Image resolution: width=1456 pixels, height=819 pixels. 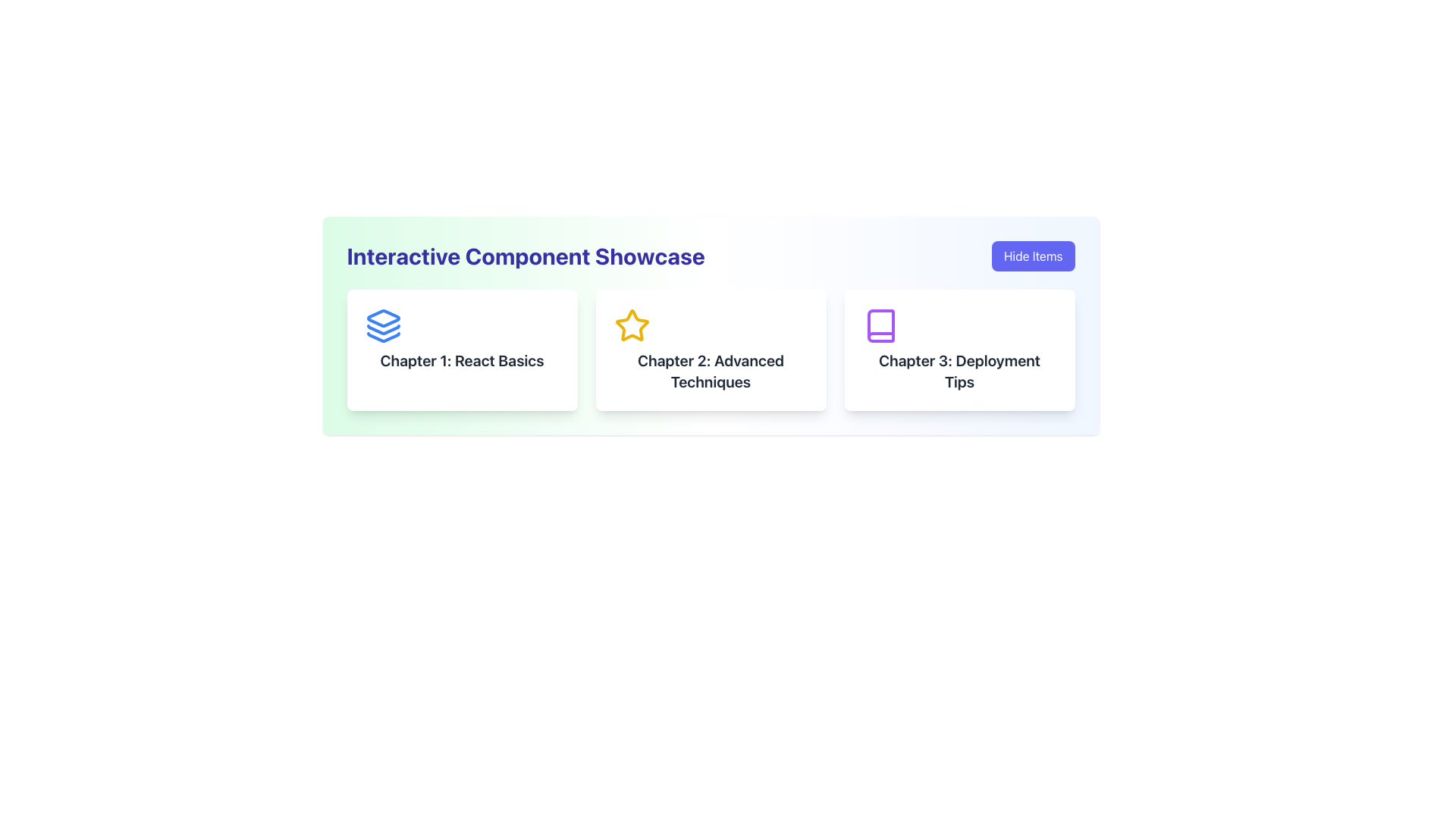 I want to click on the star-shaped icon outlined with a yellow stroke, located on the middle card labeled 'Chapter 2: Advanced Techniques' in the three-card layout, so click(x=632, y=325).